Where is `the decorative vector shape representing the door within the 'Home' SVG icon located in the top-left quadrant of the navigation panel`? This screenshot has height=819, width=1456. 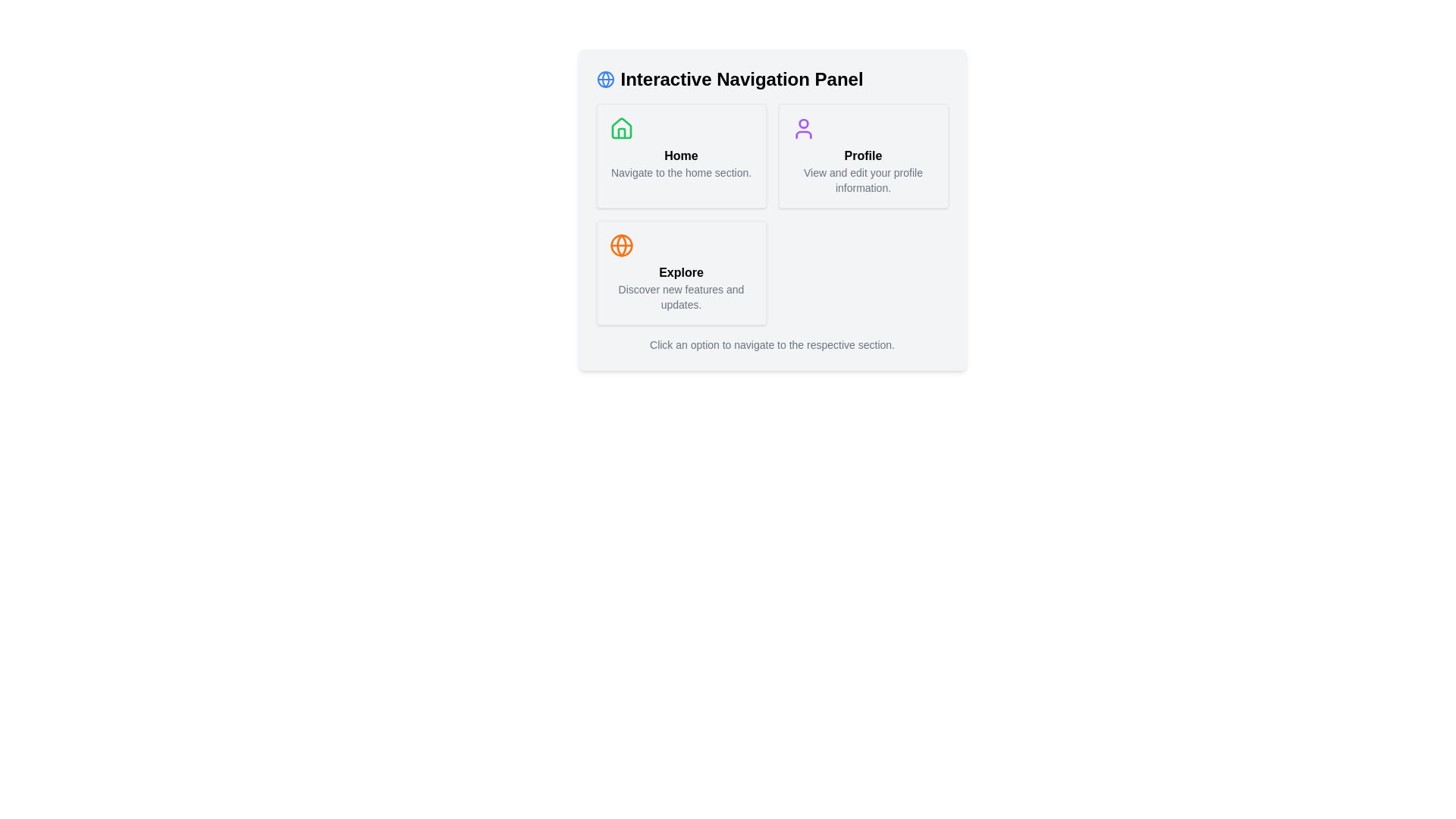
the decorative vector shape representing the door within the 'Home' SVG icon located in the top-left quadrant of the navigation panel is located at coordinates (621, 133).